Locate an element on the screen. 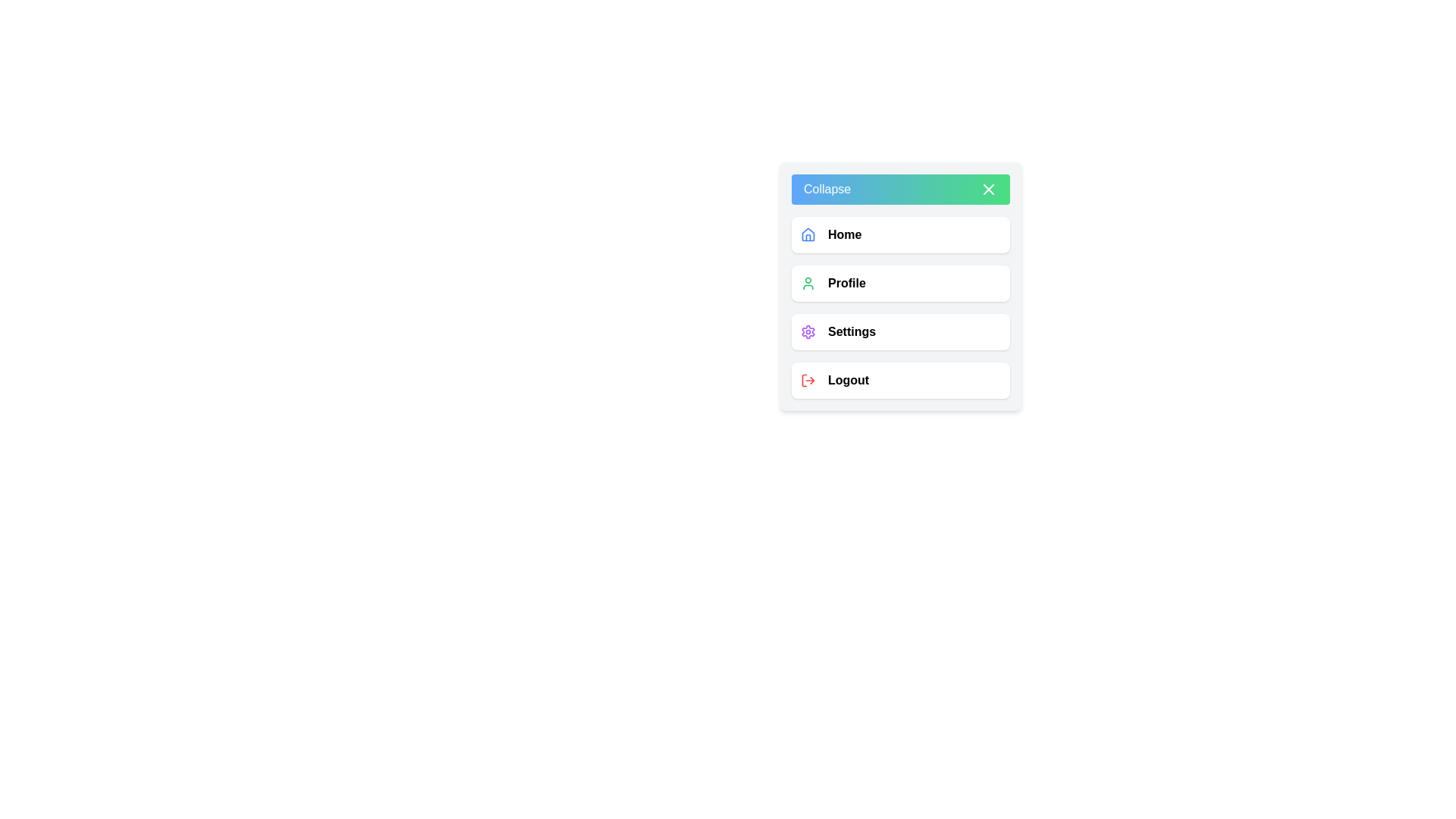  the 'Profile' menu item in the sidebar is located at coordinates (901, 284).